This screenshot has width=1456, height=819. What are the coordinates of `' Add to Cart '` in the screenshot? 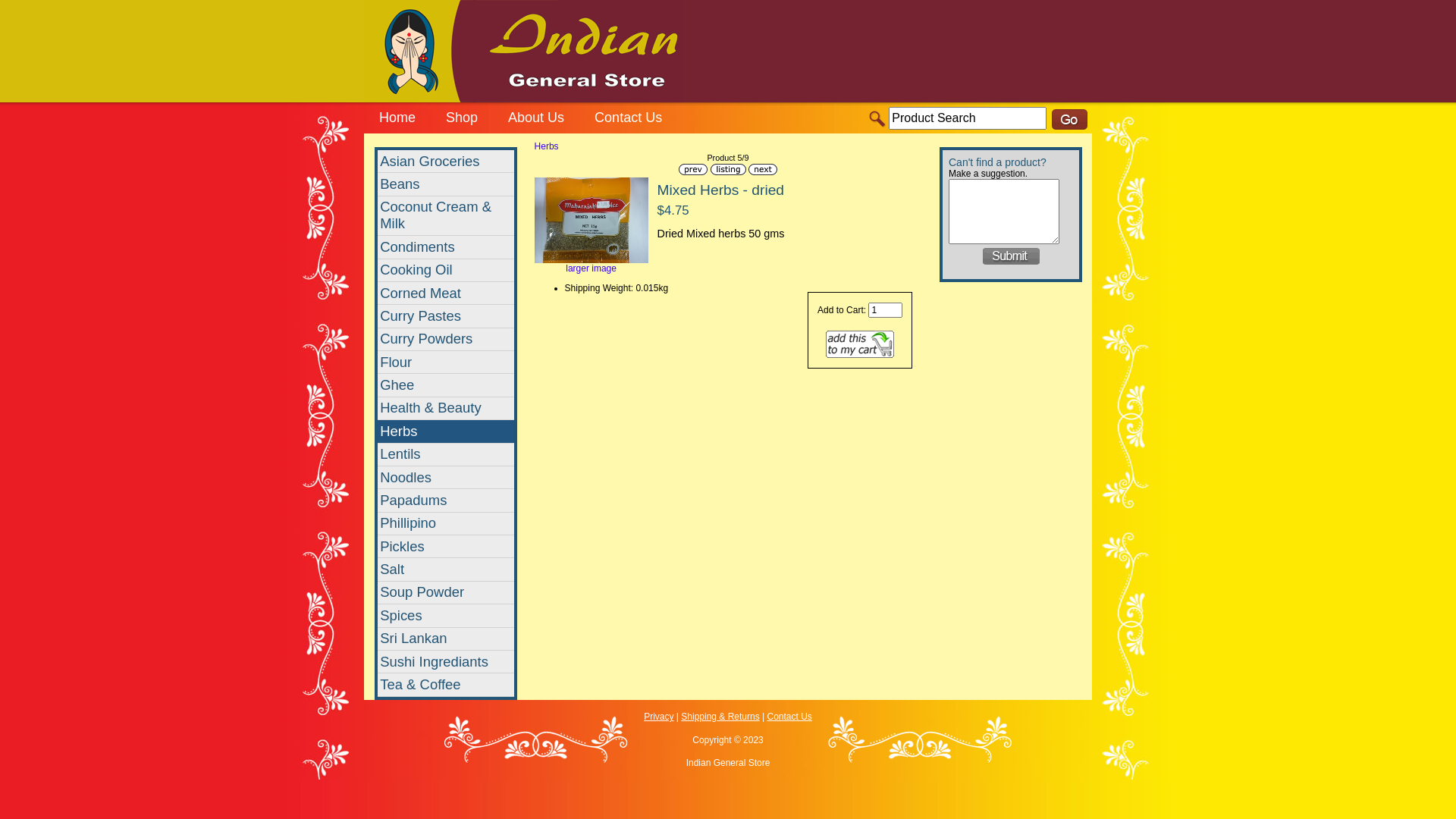 It's located at (859, 344).